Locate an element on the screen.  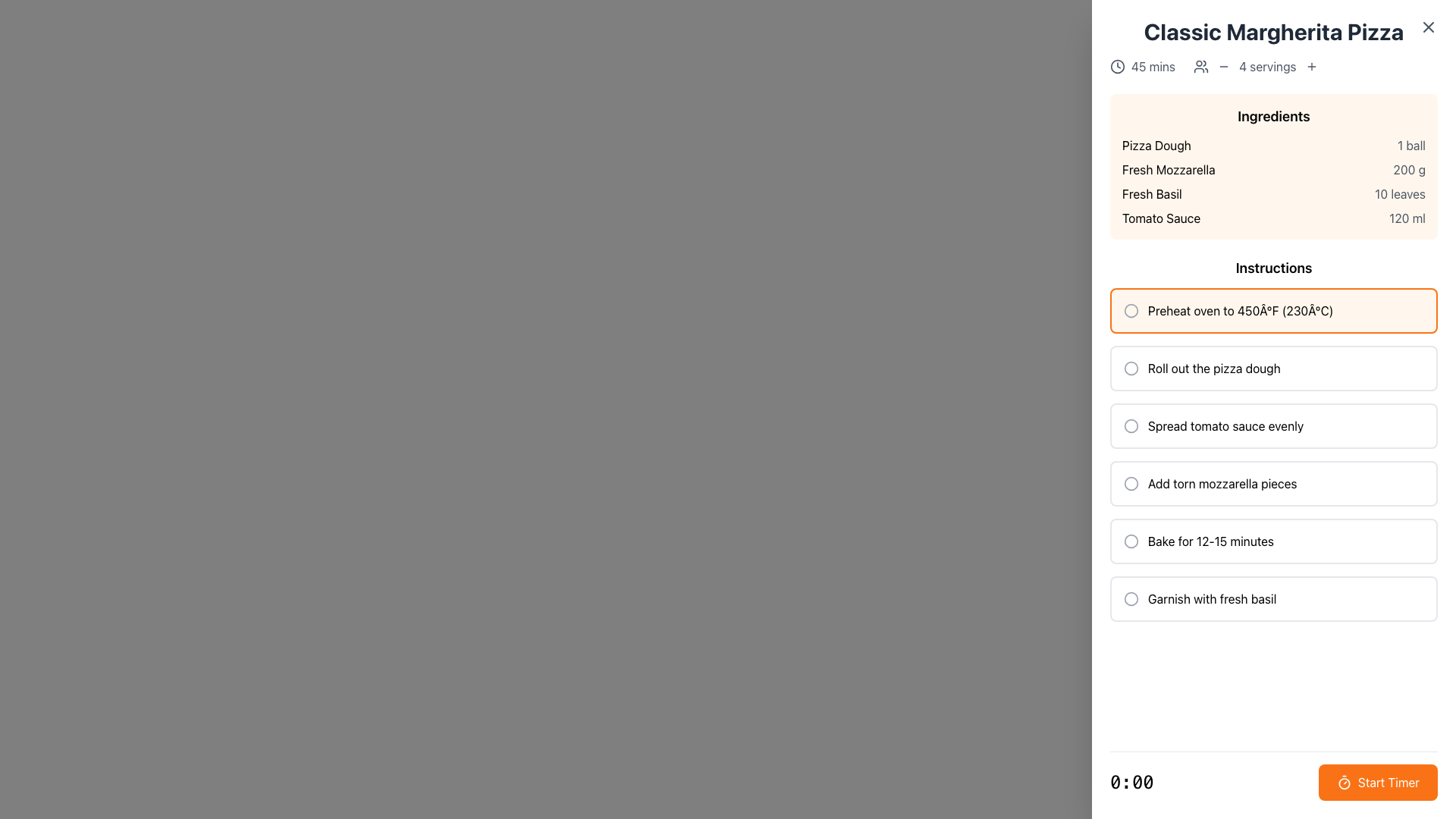
the user group icon, which consists of two human figures outlined in a uniform stroke, located near the top center of the panel next to the text '4 servings' is located at coordinates (1200, 66).